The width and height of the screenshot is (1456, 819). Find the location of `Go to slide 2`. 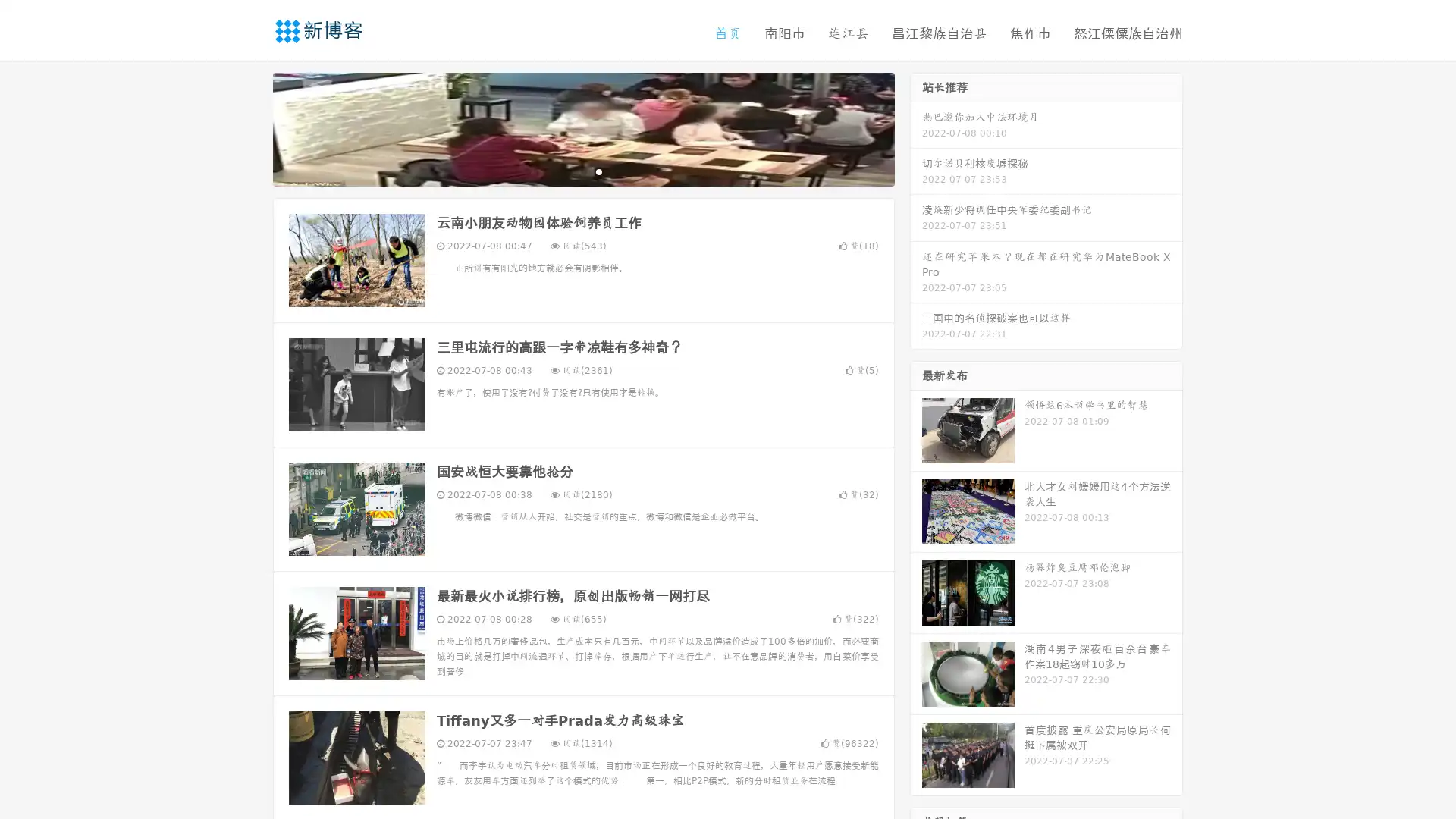

Go to slide 2 is located at coordinates (582, 171).